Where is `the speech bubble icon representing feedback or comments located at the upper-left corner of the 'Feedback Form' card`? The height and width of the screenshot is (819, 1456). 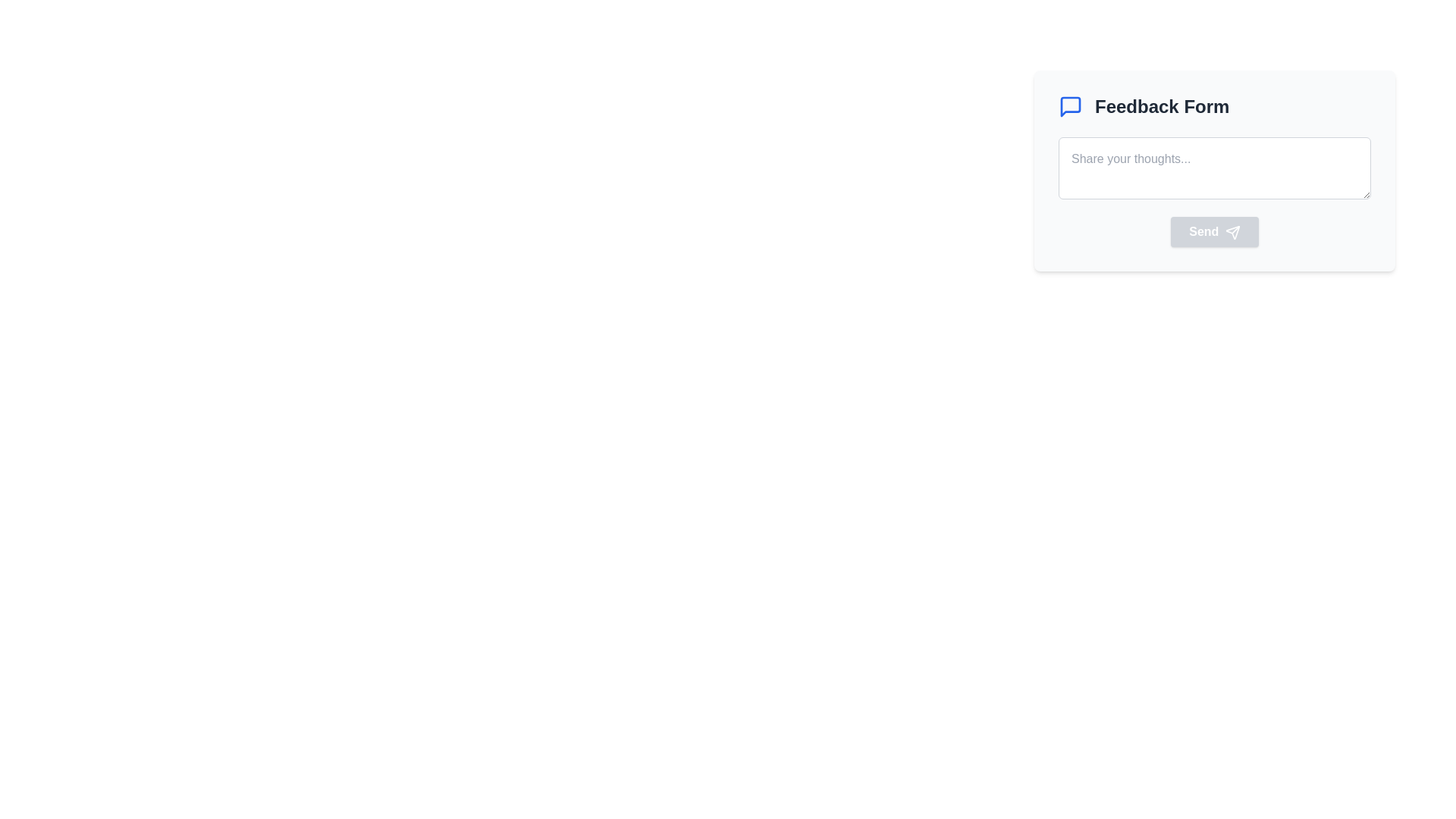 the speech bubble icon representing feedback or comments located at the upper-left corner of the 'Feedback Form' card is located at coordinates (1069, 106).